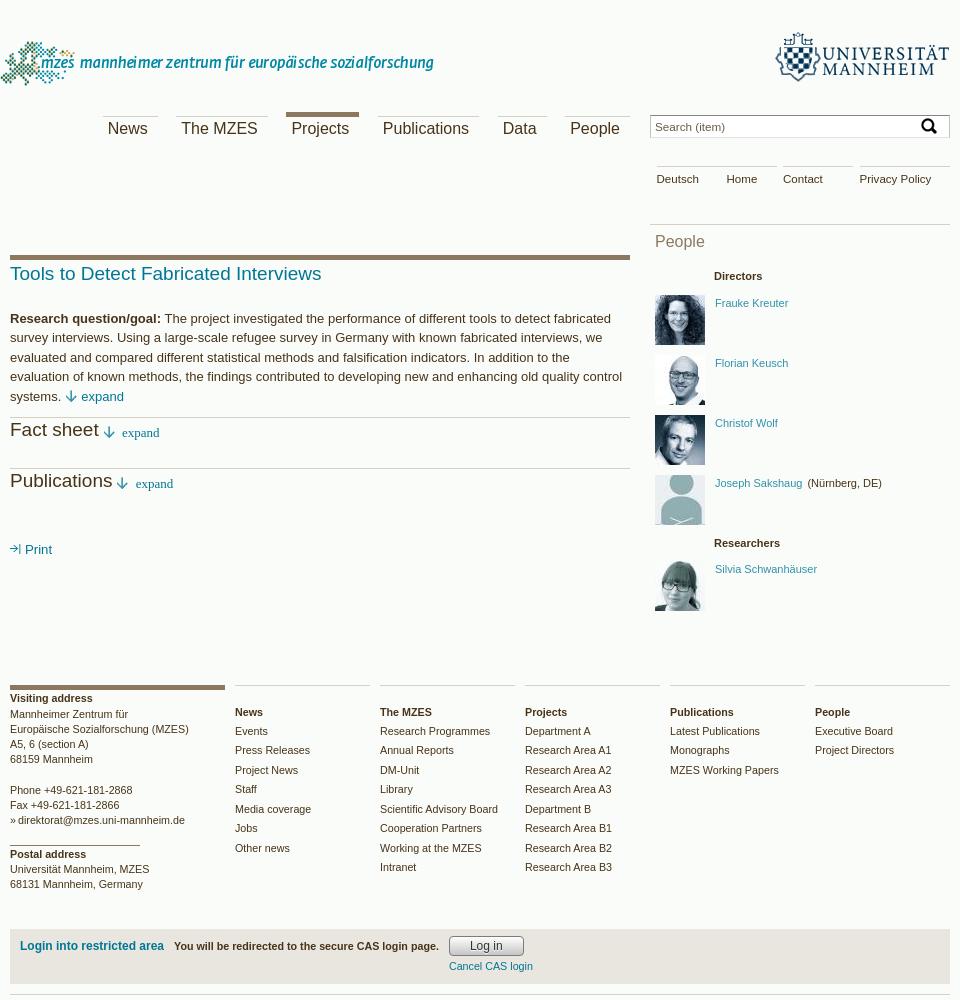 Image resolution: width=960 pixels, height=1000 pixels. Describe the element at coordinates (488, 965) in the screenshot. I see `'Cancel CAS login'` at that location.